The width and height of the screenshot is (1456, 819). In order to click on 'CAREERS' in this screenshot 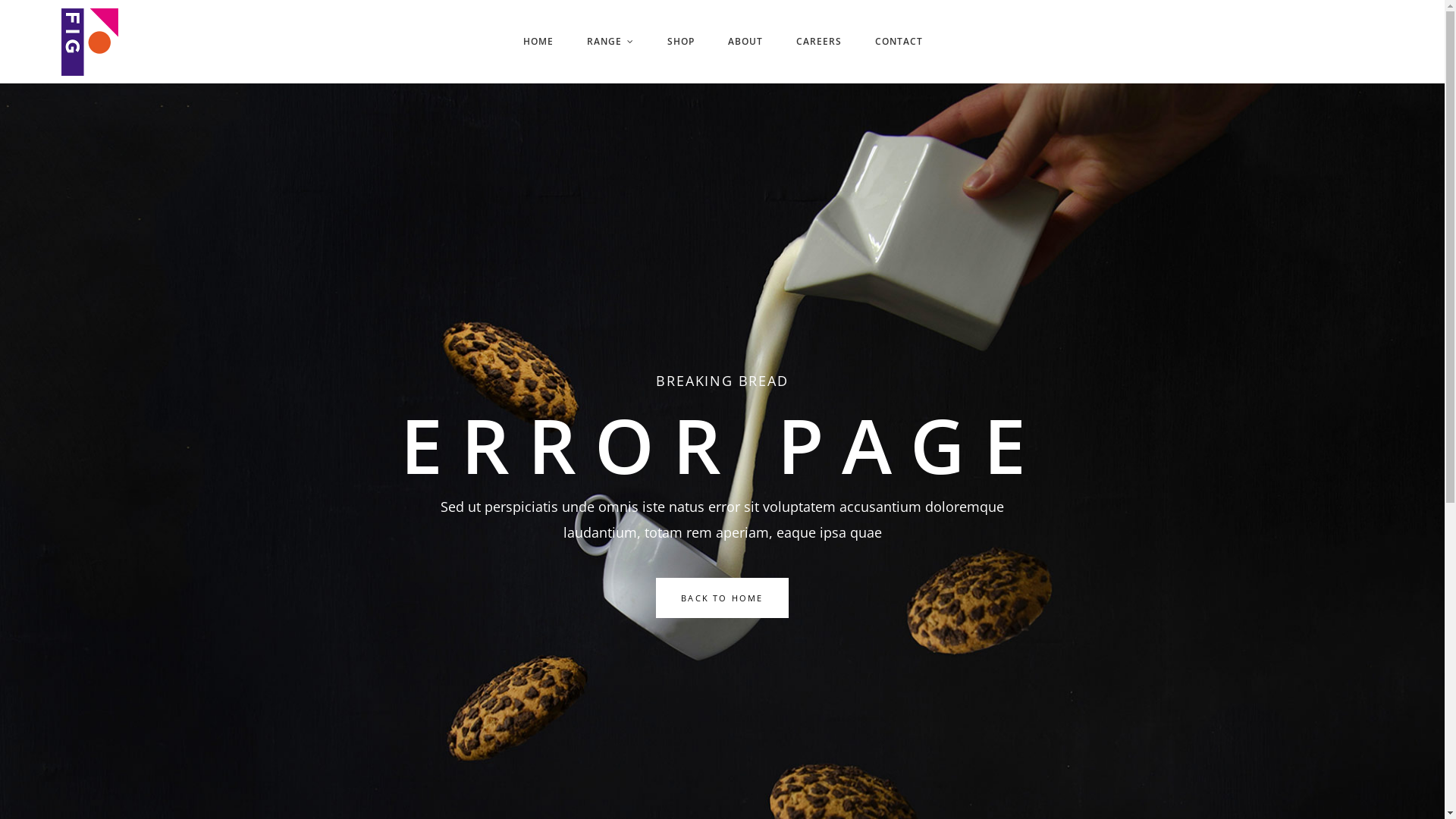, I will do `click(779, 40)`.